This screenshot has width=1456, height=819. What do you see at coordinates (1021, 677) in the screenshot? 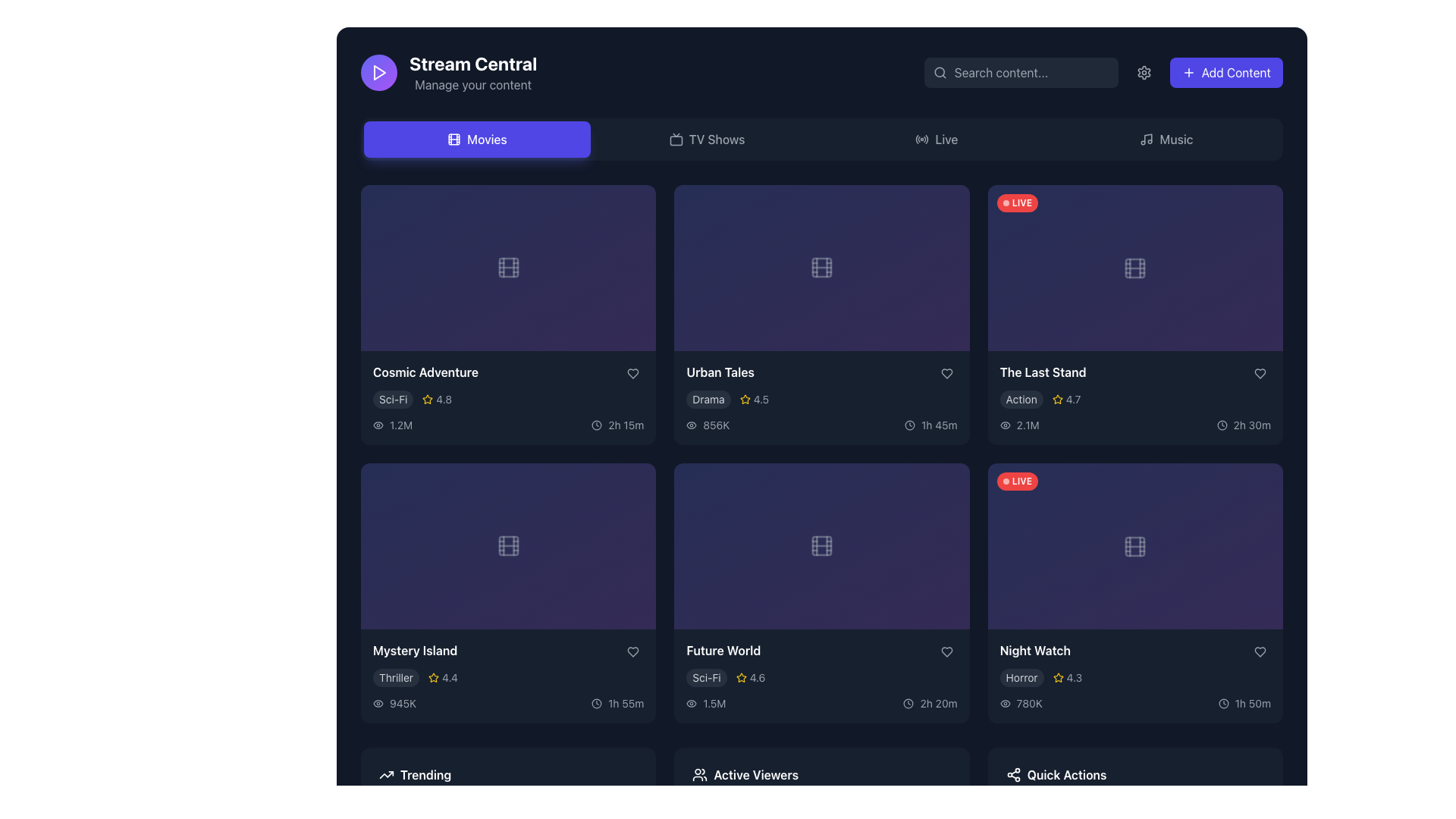
I see `the 'Horror' genre label located at the bottom section of the 'Night Watch' card in the last column of the movie grid` at bounding box center [1021, 677].